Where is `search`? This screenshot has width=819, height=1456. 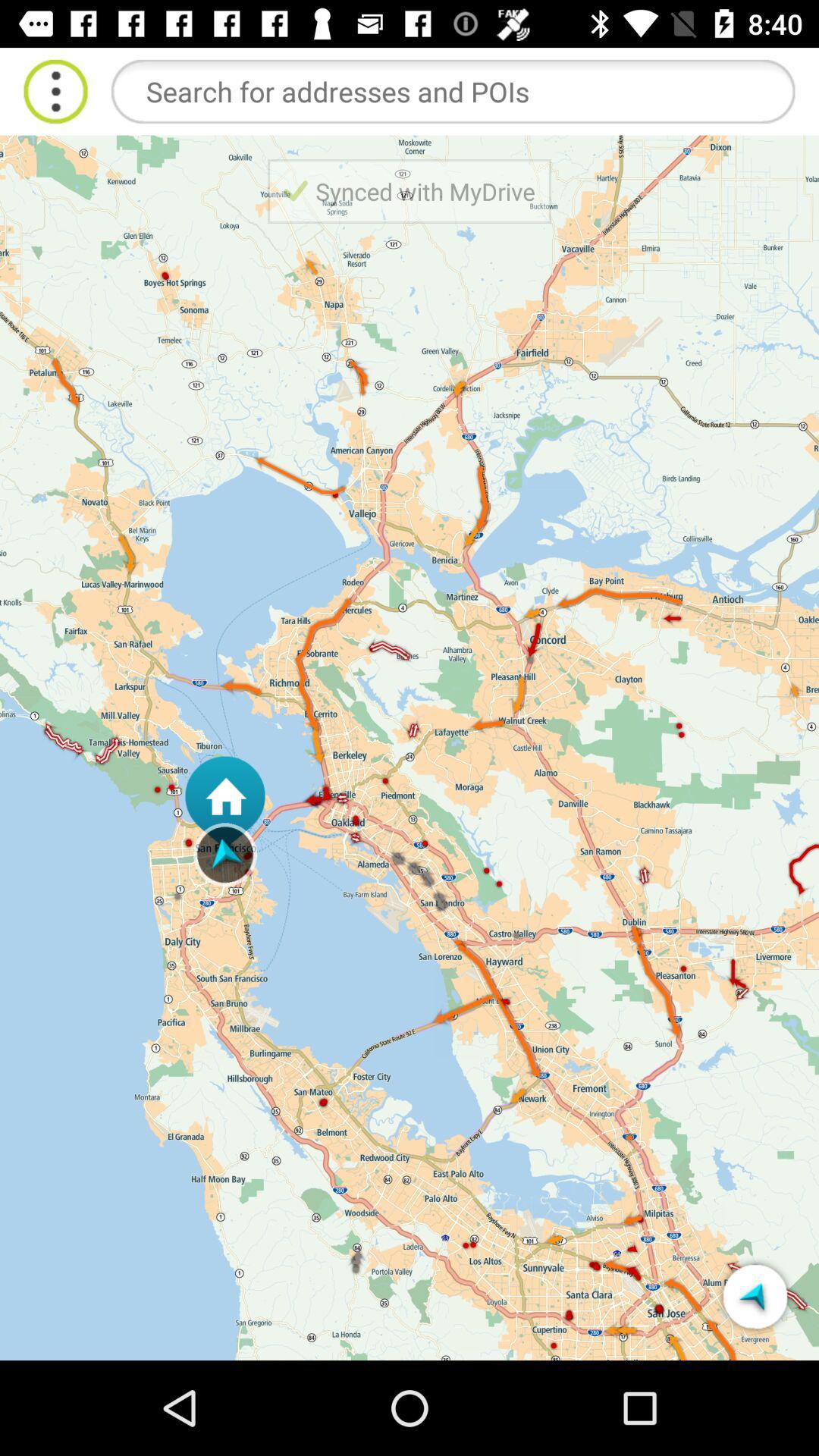
search is located at coordinates (452, 90).